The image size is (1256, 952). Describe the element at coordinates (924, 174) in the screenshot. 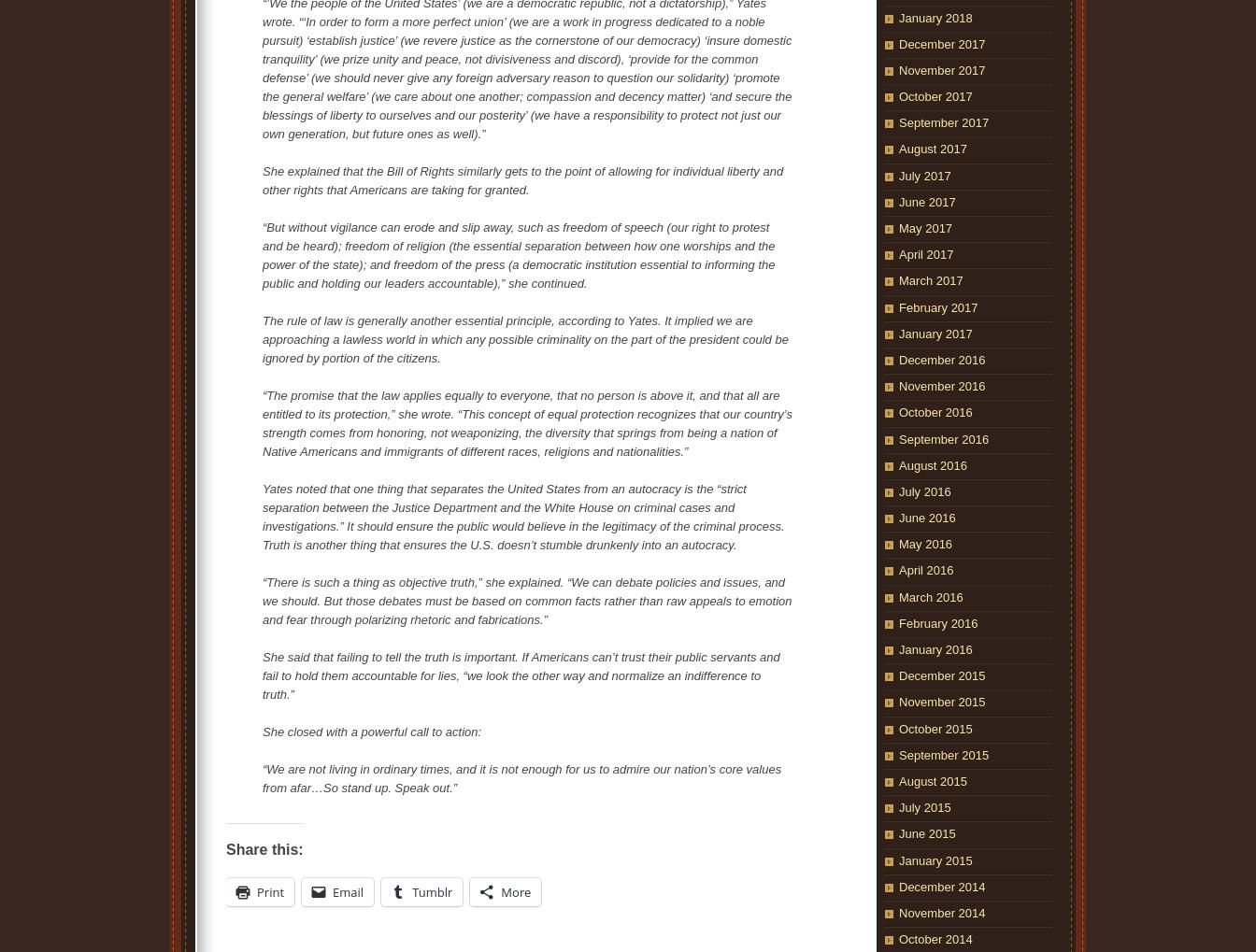

I see `'July 2017'` at that location.